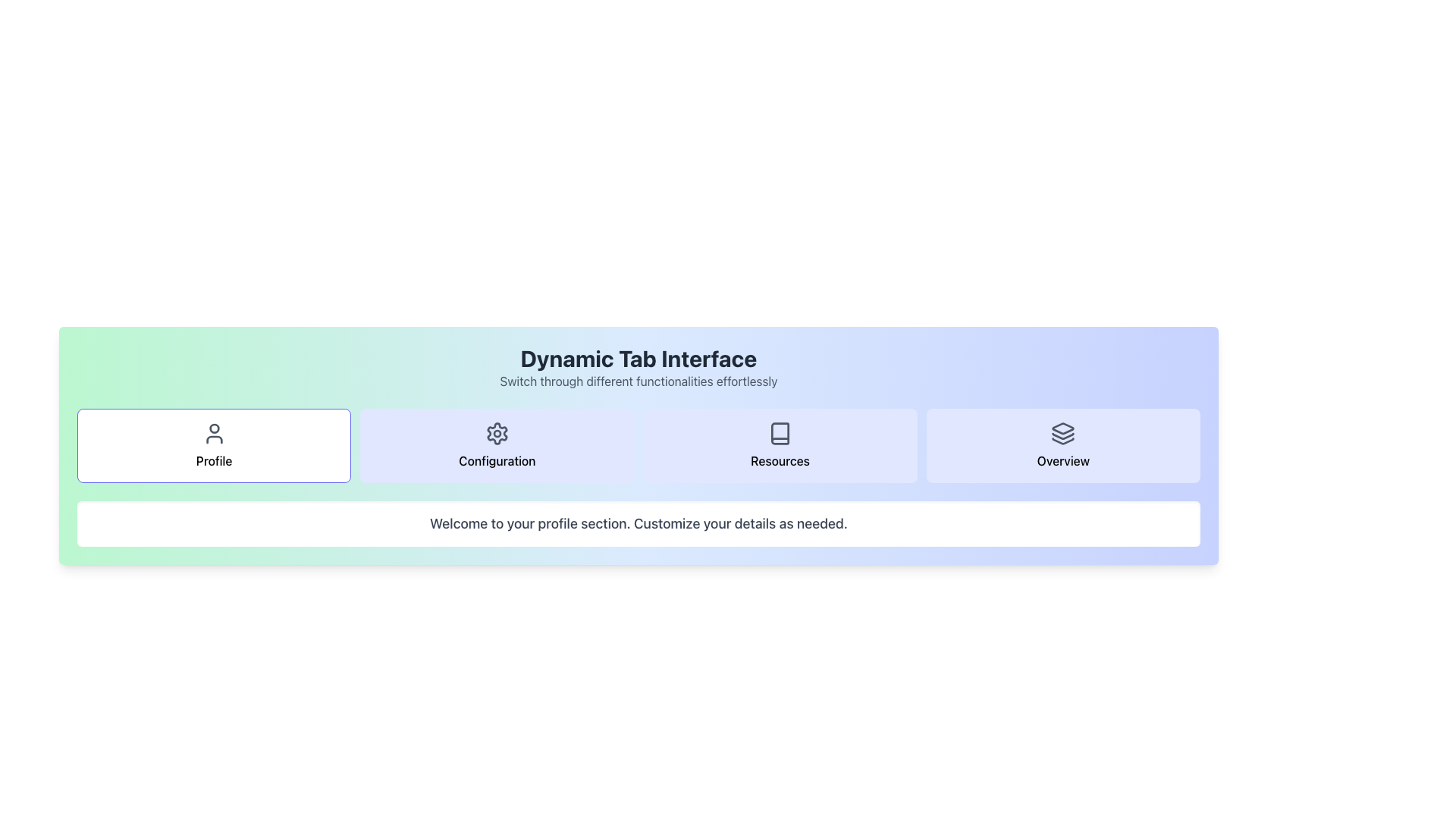 The width and height of the screenshot is (1456, 819). Describe the element at coordinates (639, 359) in the screenshot. I see `the Text Label that serves as a title or heading, located in the header section above the subtitle 'Switch through different functionalities effortlessly'` at that location.